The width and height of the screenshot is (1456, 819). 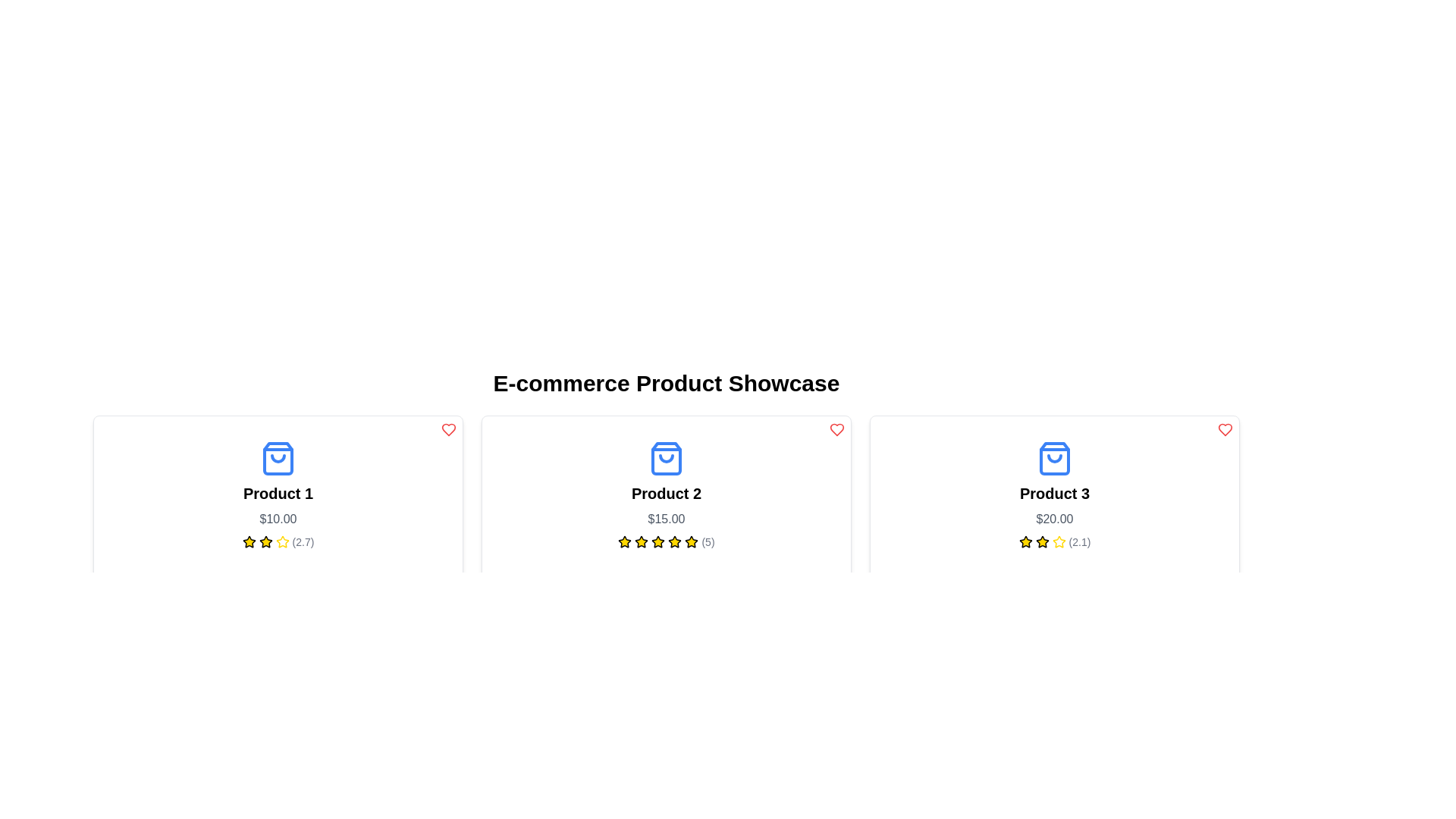 What do you see at coordinates (1058, 541) in the screenshot?
I see `the fifth outlined star icon with a golden stroke in the rating display group below the 'Product 3' label to rate it` at bounding box center [1058, 541].